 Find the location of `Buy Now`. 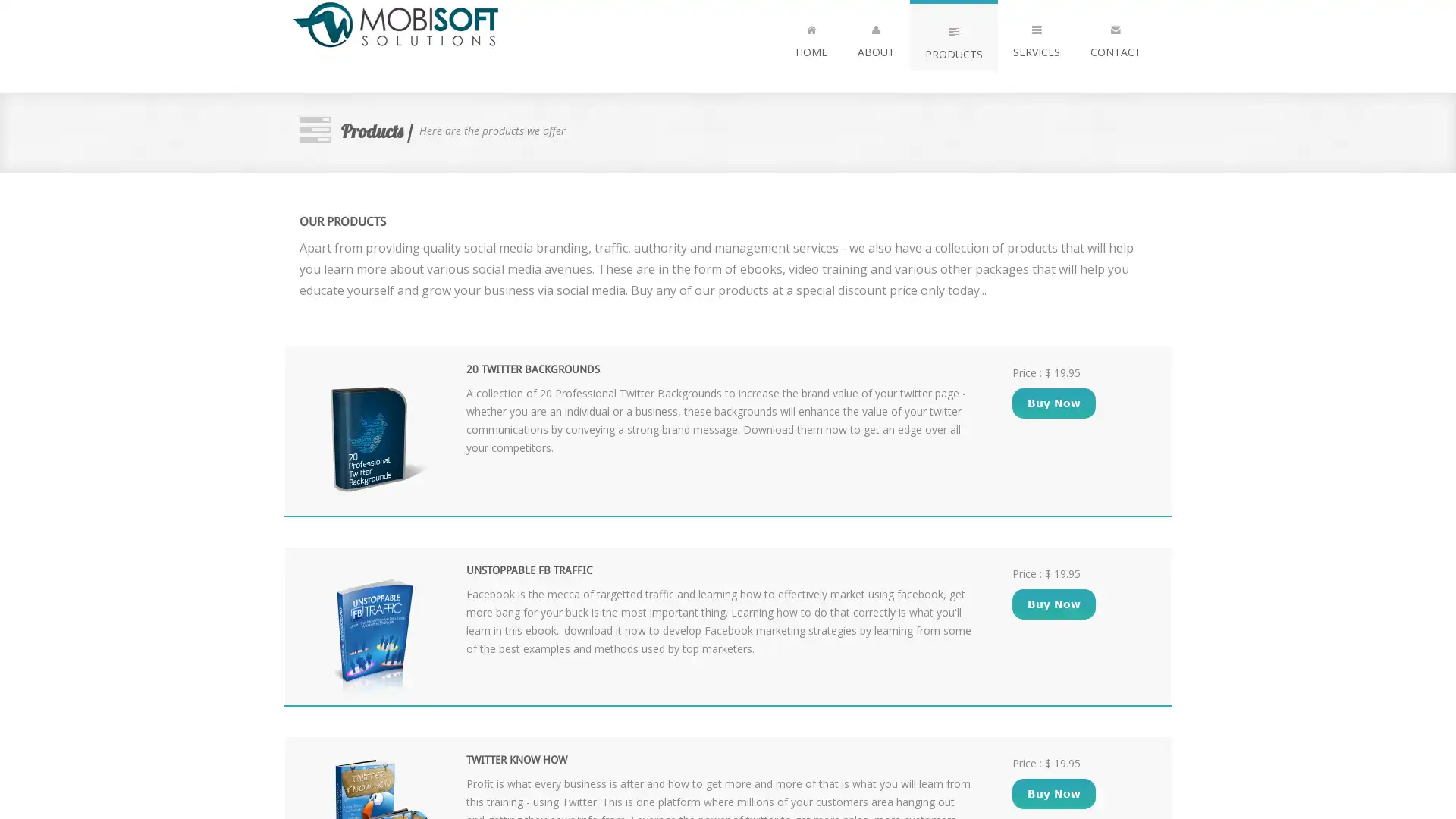

Buy Now is located at coordinates (1053, 602).